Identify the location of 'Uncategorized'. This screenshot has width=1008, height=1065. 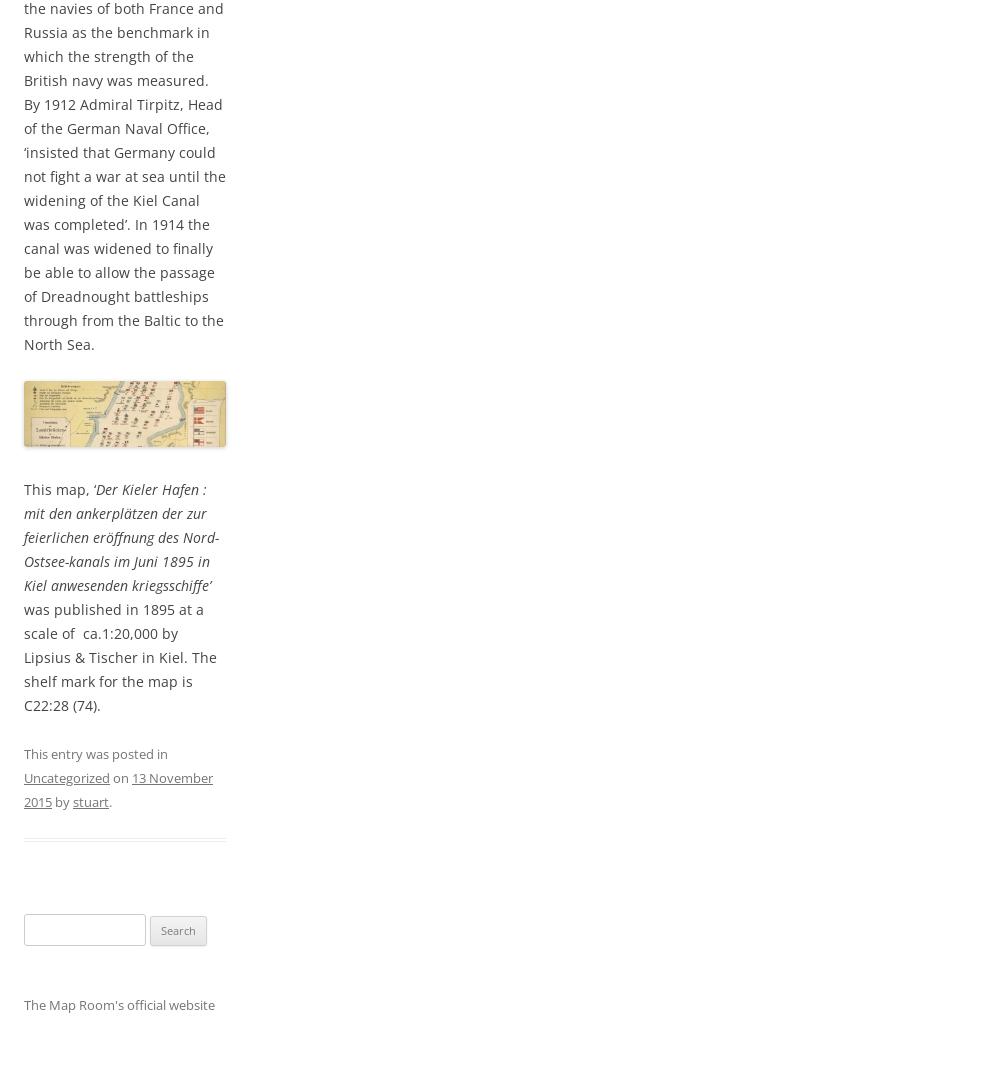
(67, 777).